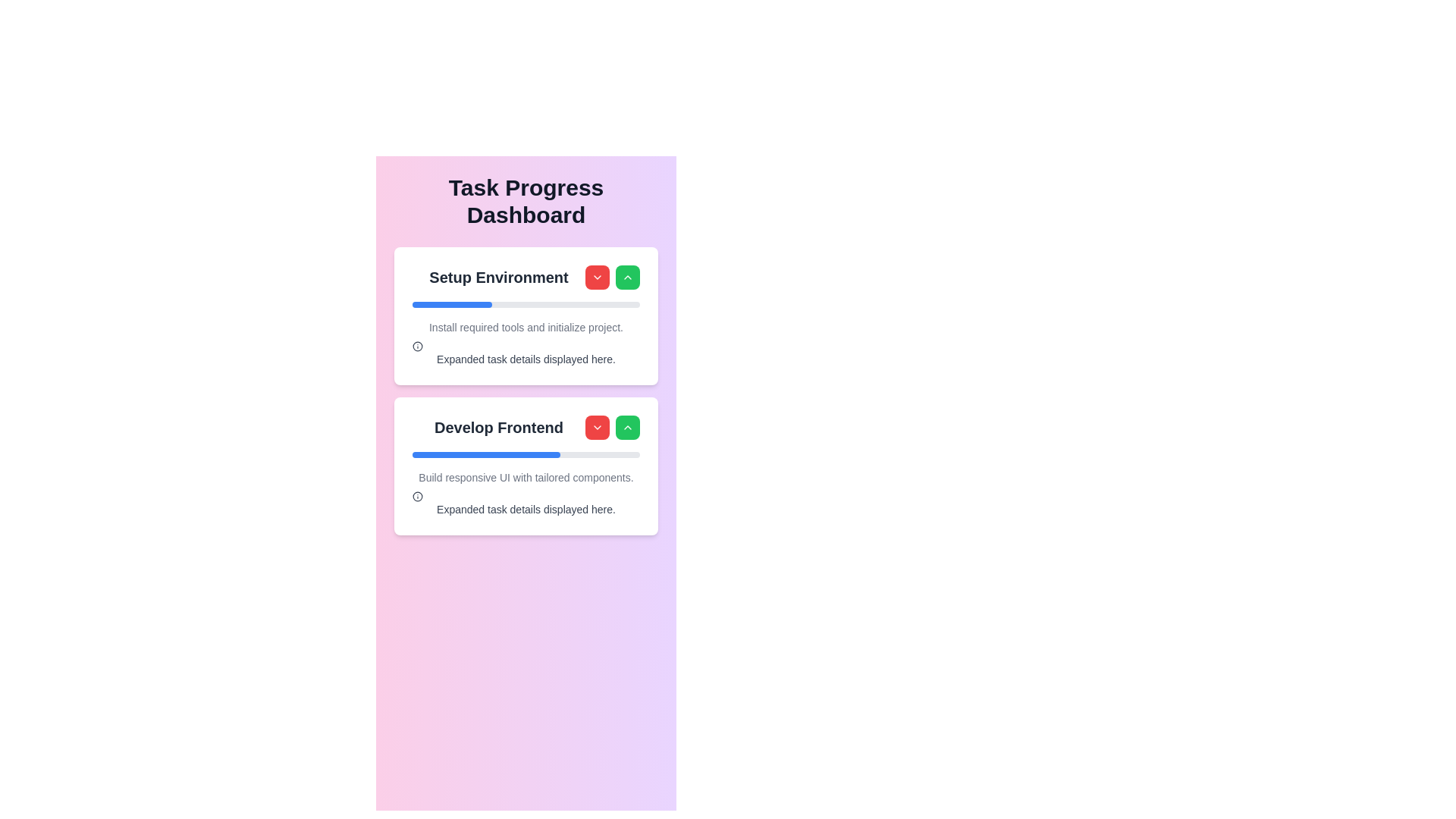 Image resolution: width=1456 pixels, height=819 pixels. I want to click on the textual content block that contains the lines 'Build responsive UI with tailored components' and 'Expanded task details displayed here,' located below the progress bar in the 'Develop Frontend' card, so click(526, 494).